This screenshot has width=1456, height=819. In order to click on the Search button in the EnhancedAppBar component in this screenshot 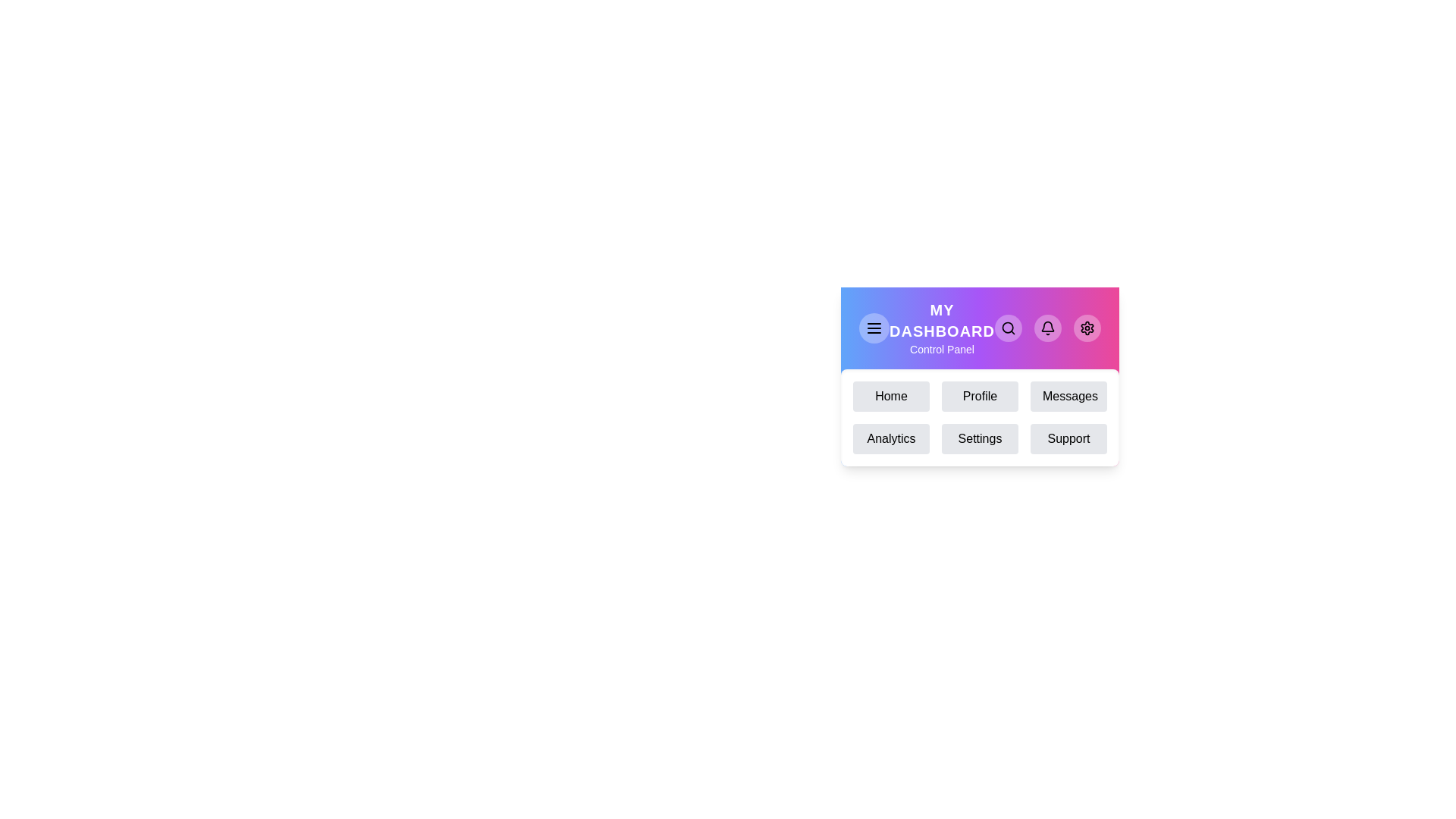, I will do `click(1008, 327)`.